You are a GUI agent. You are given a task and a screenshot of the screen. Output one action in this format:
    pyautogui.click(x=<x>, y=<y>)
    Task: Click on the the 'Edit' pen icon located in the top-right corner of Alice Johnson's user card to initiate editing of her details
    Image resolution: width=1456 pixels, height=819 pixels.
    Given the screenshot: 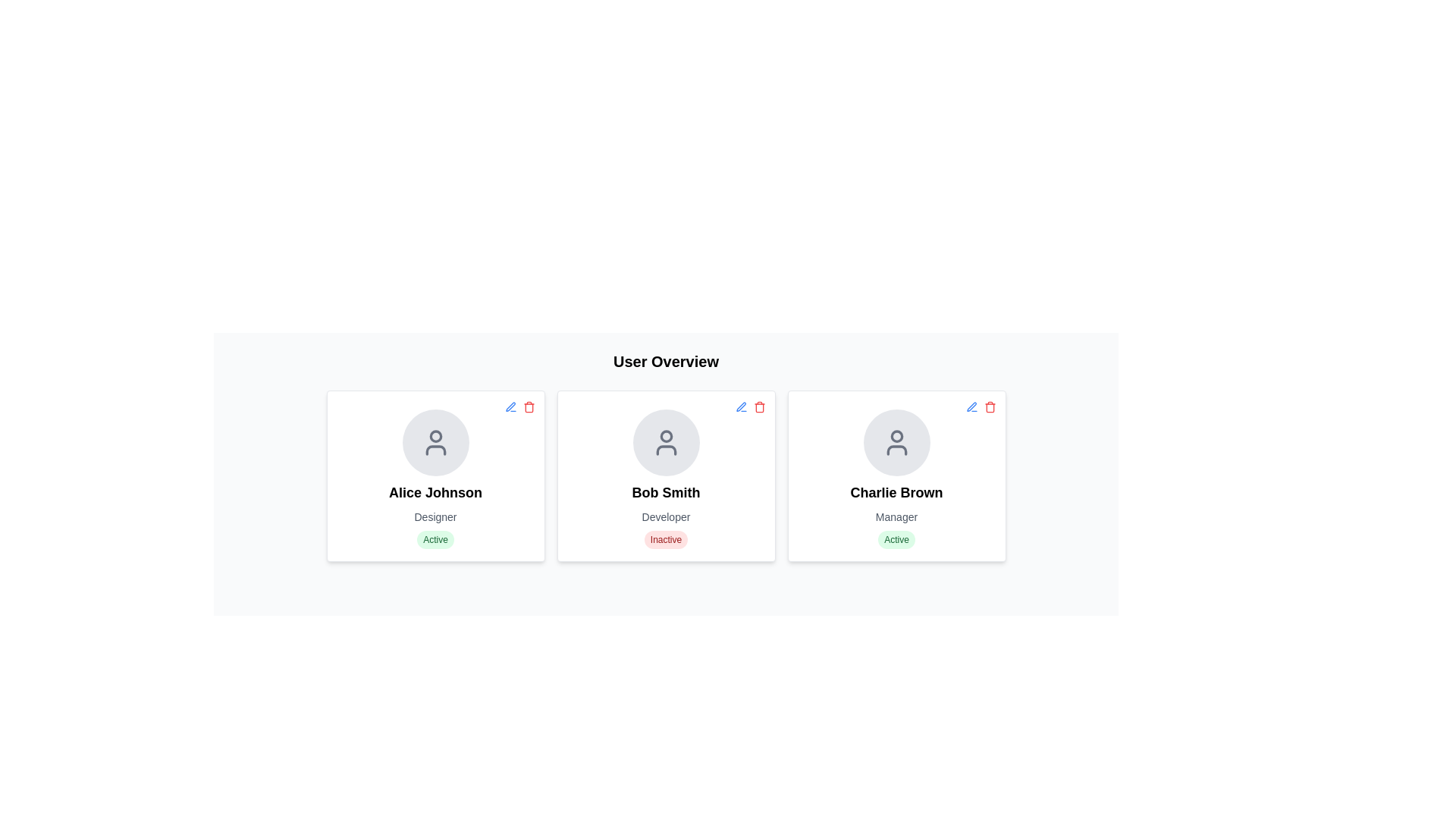 What is the action you would take?
    pyautogui.click(x=510, y=406)
    